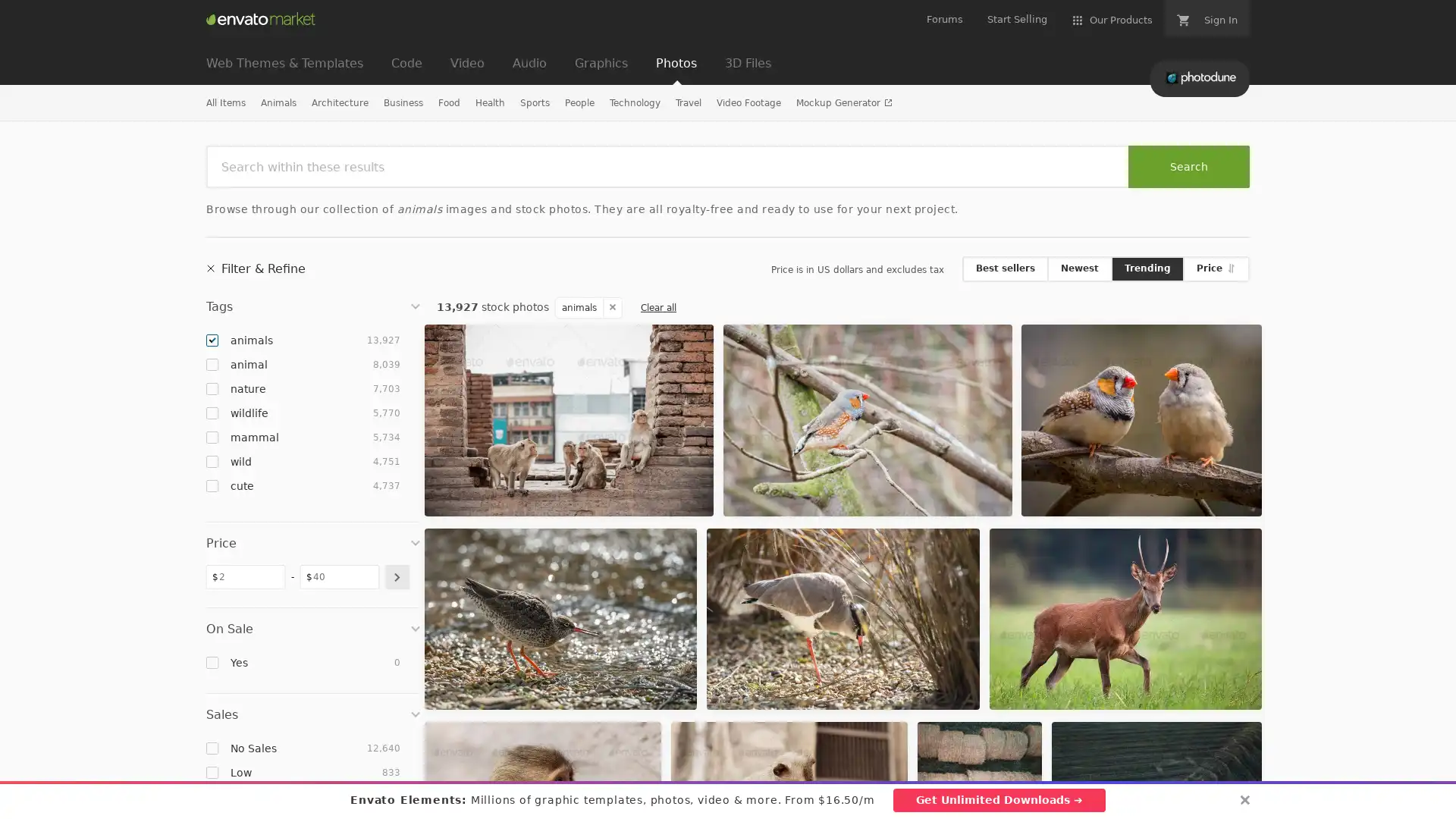  Describe the element at coordinates (397, 576) in the screenshot. I see `submit` at that location.